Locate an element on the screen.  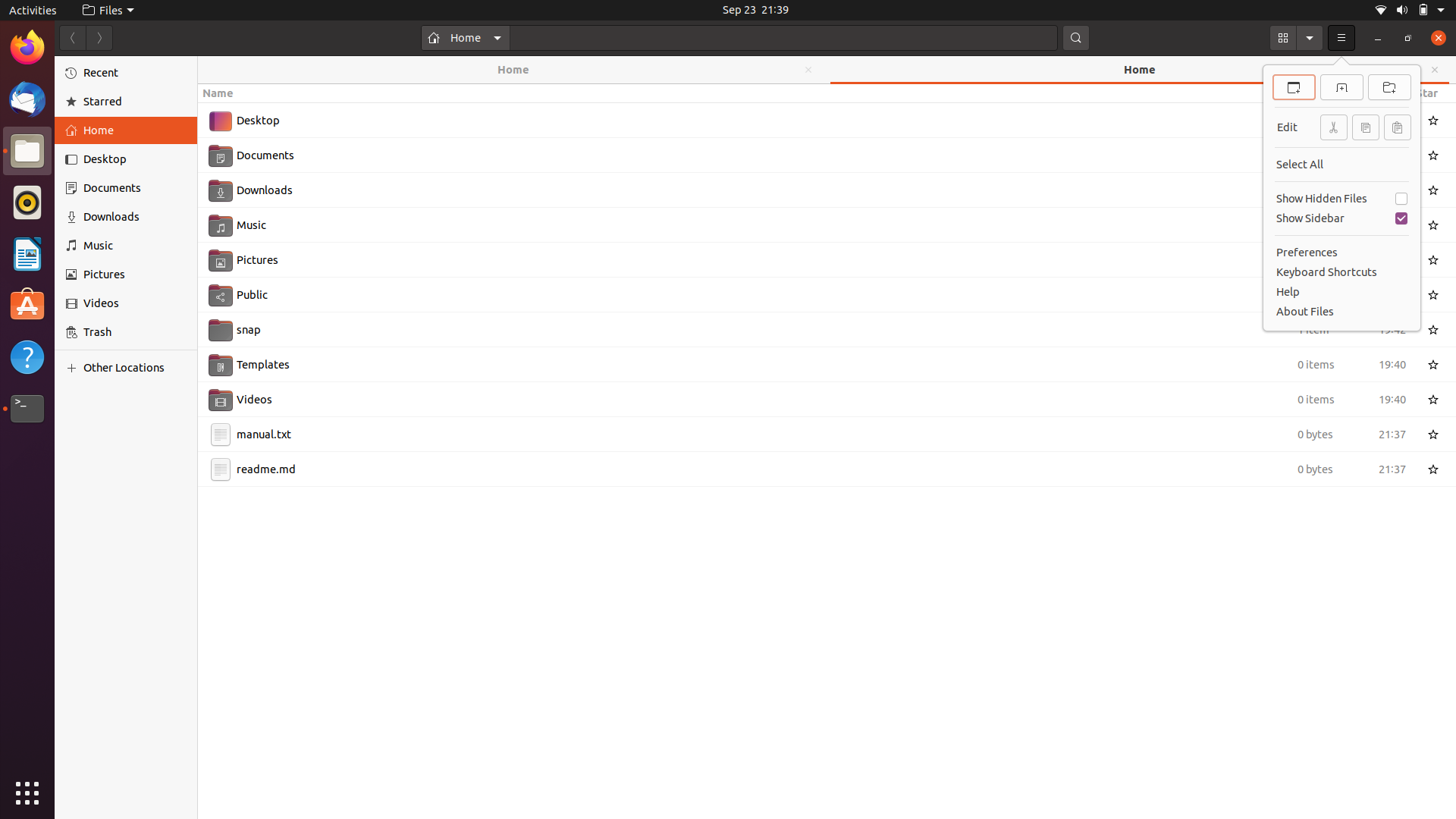
Rename the file readme.md to README.md using keyboard and mouse is located at coordinates (810, 467).